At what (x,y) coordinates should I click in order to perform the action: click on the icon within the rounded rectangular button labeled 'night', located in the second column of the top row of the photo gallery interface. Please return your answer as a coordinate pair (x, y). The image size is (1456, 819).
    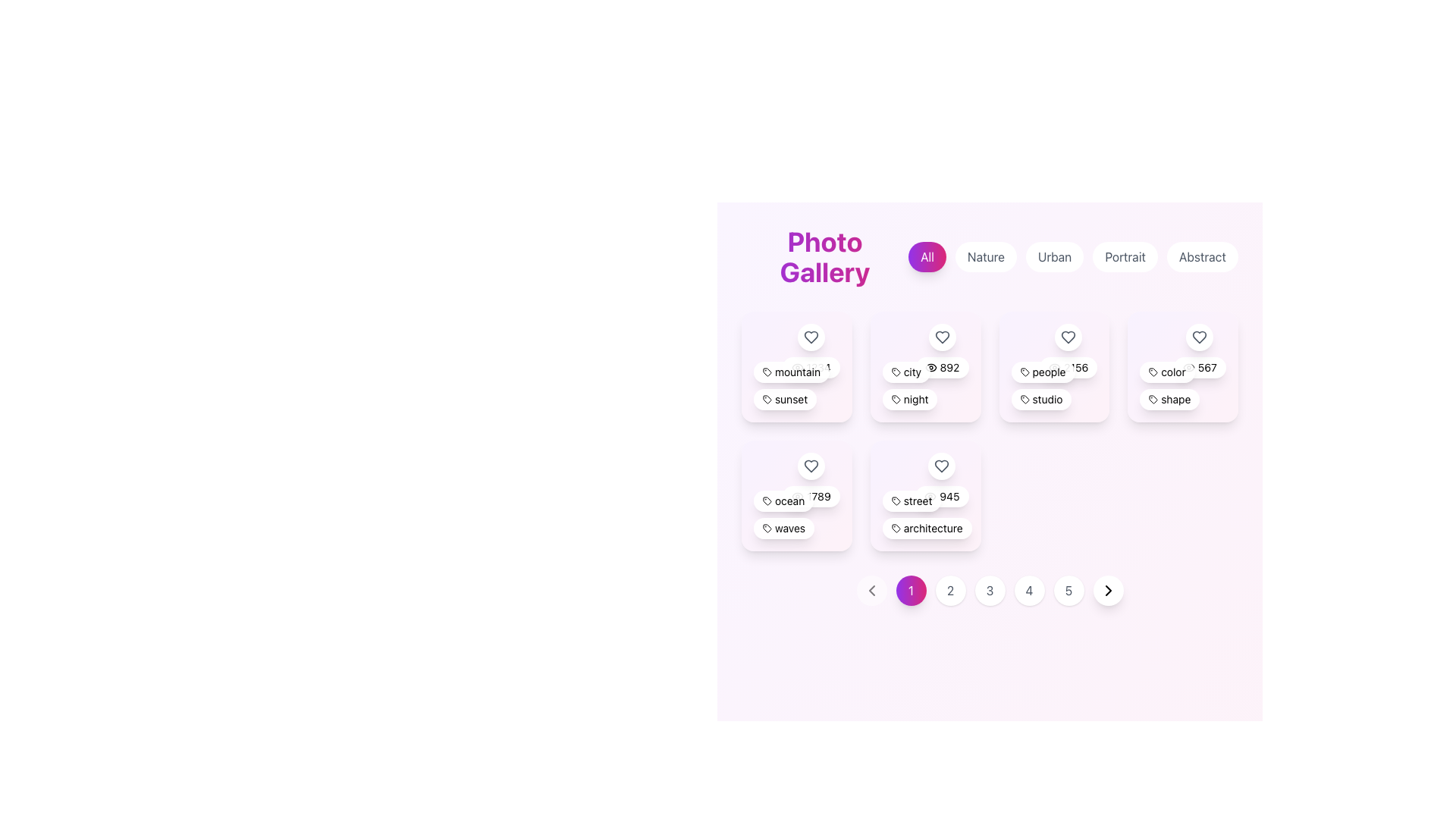
    Looking at the image, I should click on (896, 398).